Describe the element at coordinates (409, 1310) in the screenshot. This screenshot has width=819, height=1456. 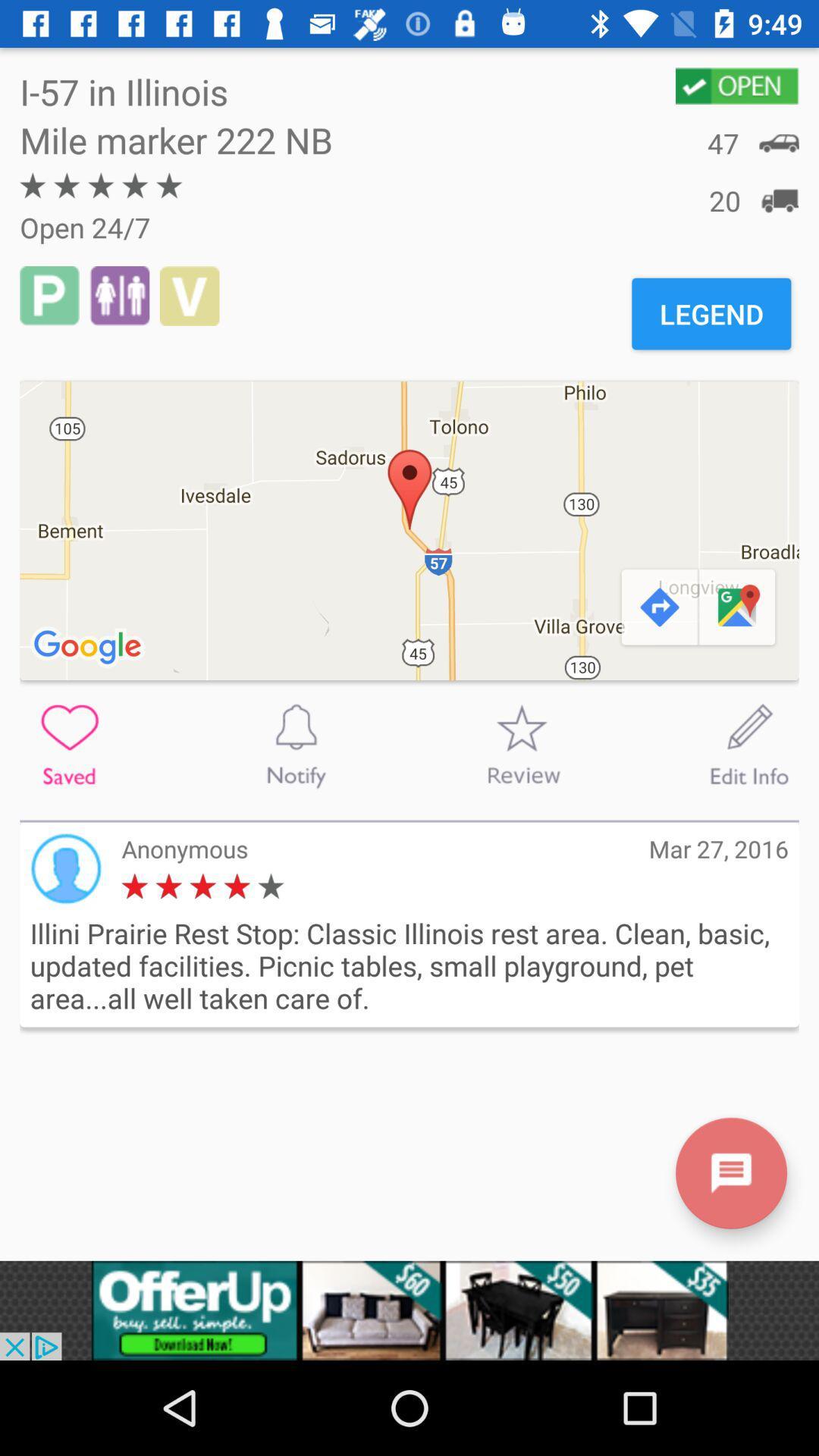
I see `advertisement page` at that location.